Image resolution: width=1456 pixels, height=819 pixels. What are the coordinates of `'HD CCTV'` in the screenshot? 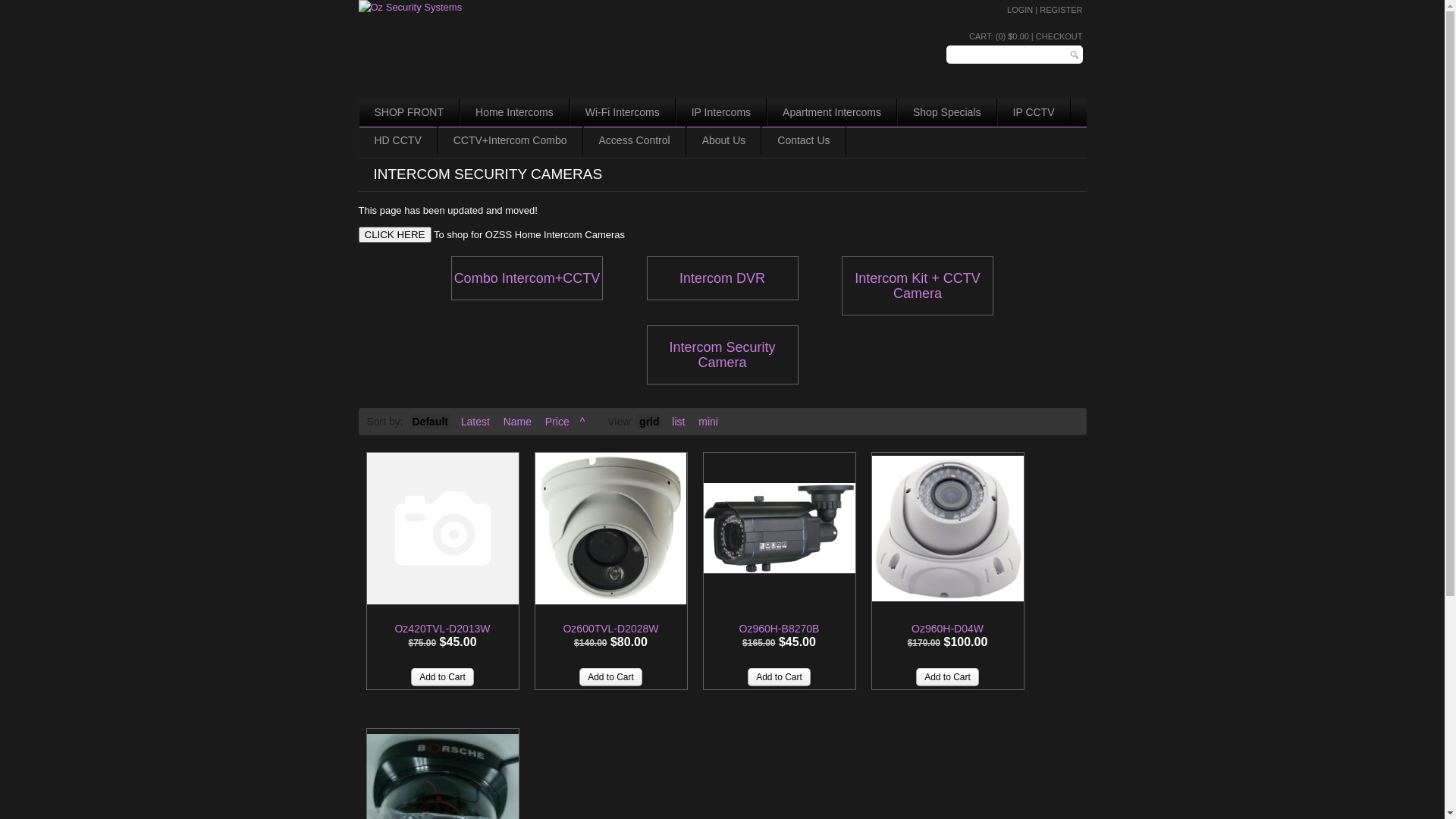 It's located at (397, 140).